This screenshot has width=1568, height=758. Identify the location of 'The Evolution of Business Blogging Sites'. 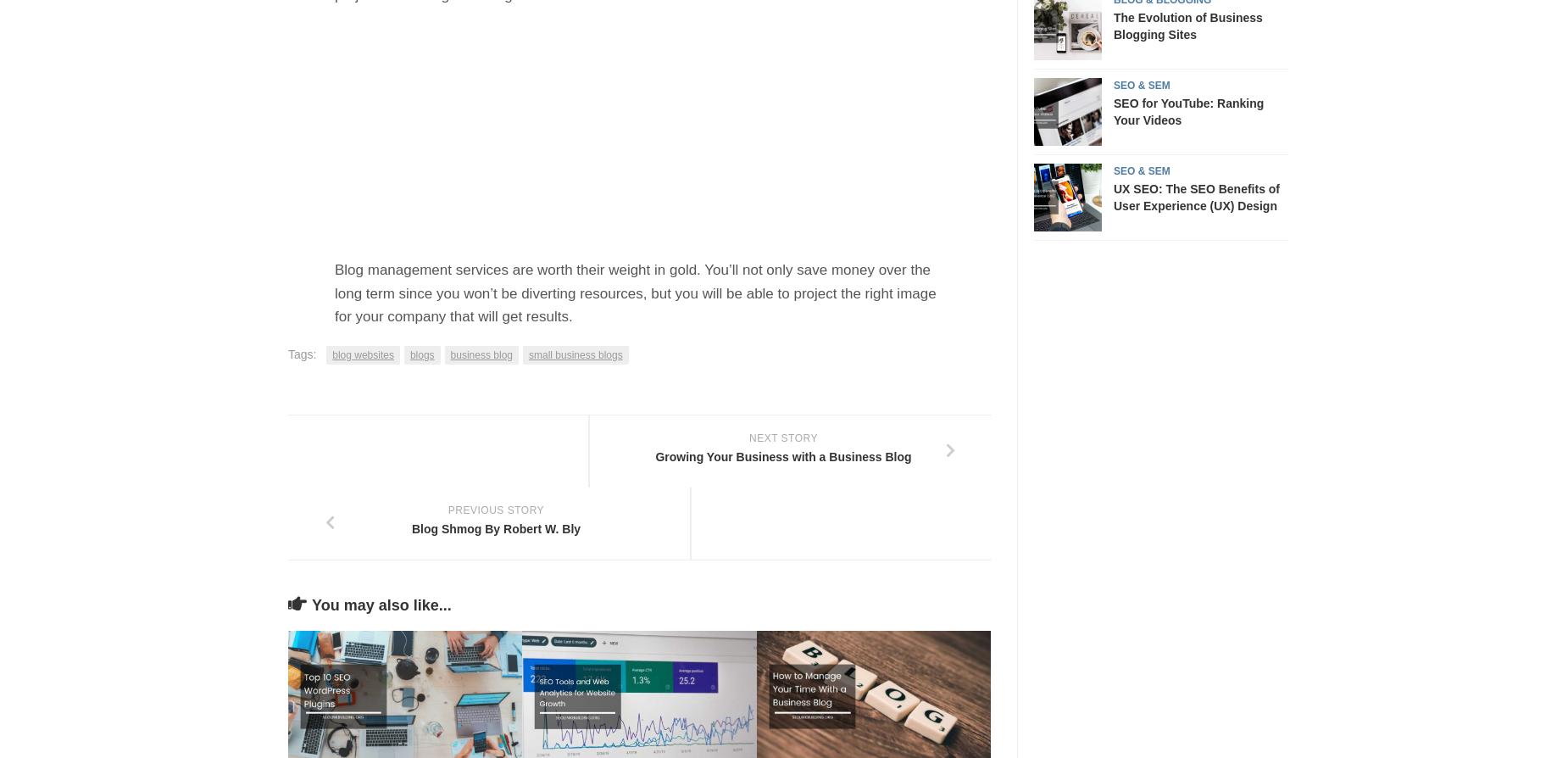
(1187, 25).